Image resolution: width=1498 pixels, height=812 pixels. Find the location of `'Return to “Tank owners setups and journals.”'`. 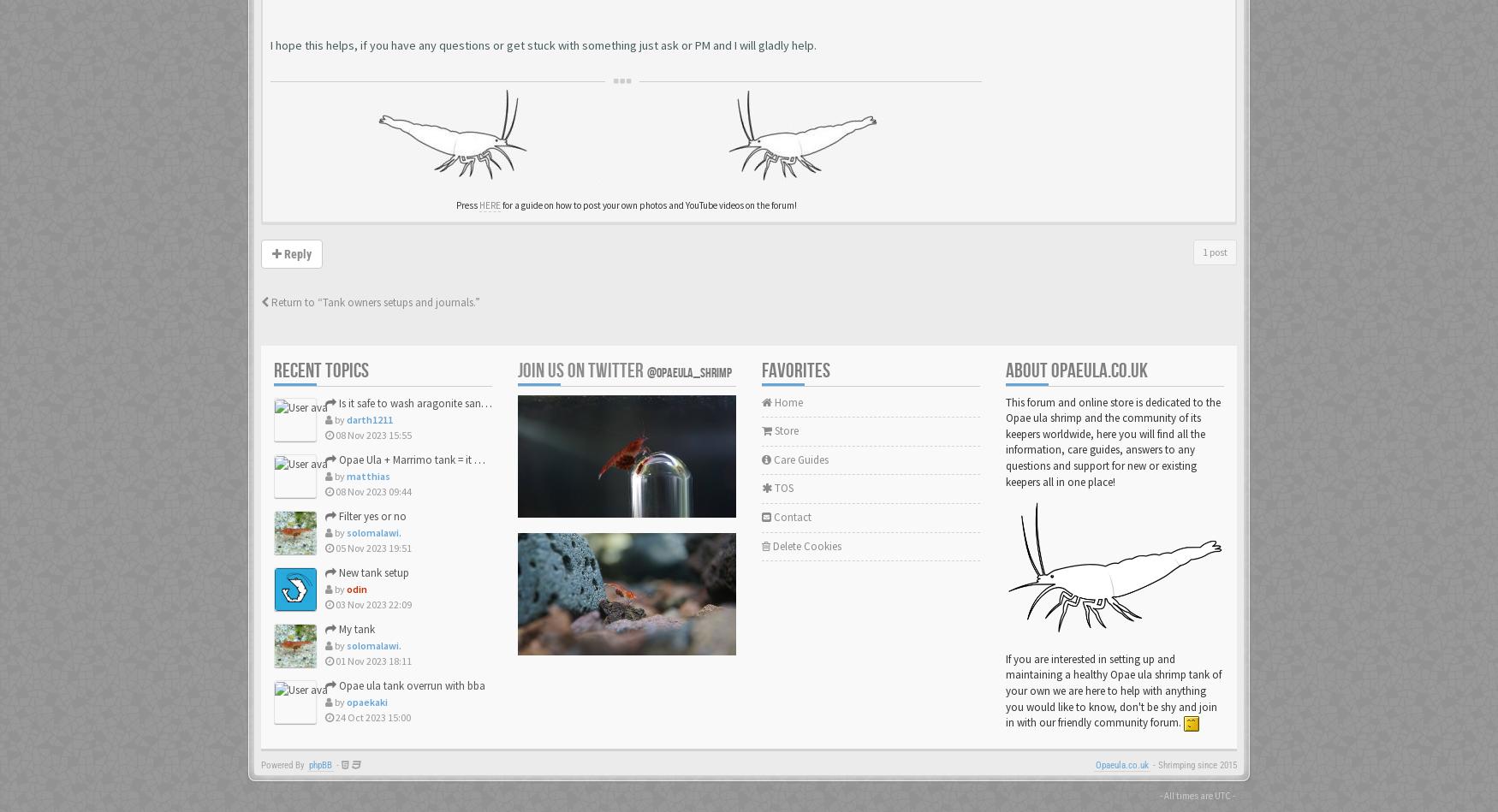

'Return to “Tank owners setups and journals.”' is located at coordinates (373, 302).